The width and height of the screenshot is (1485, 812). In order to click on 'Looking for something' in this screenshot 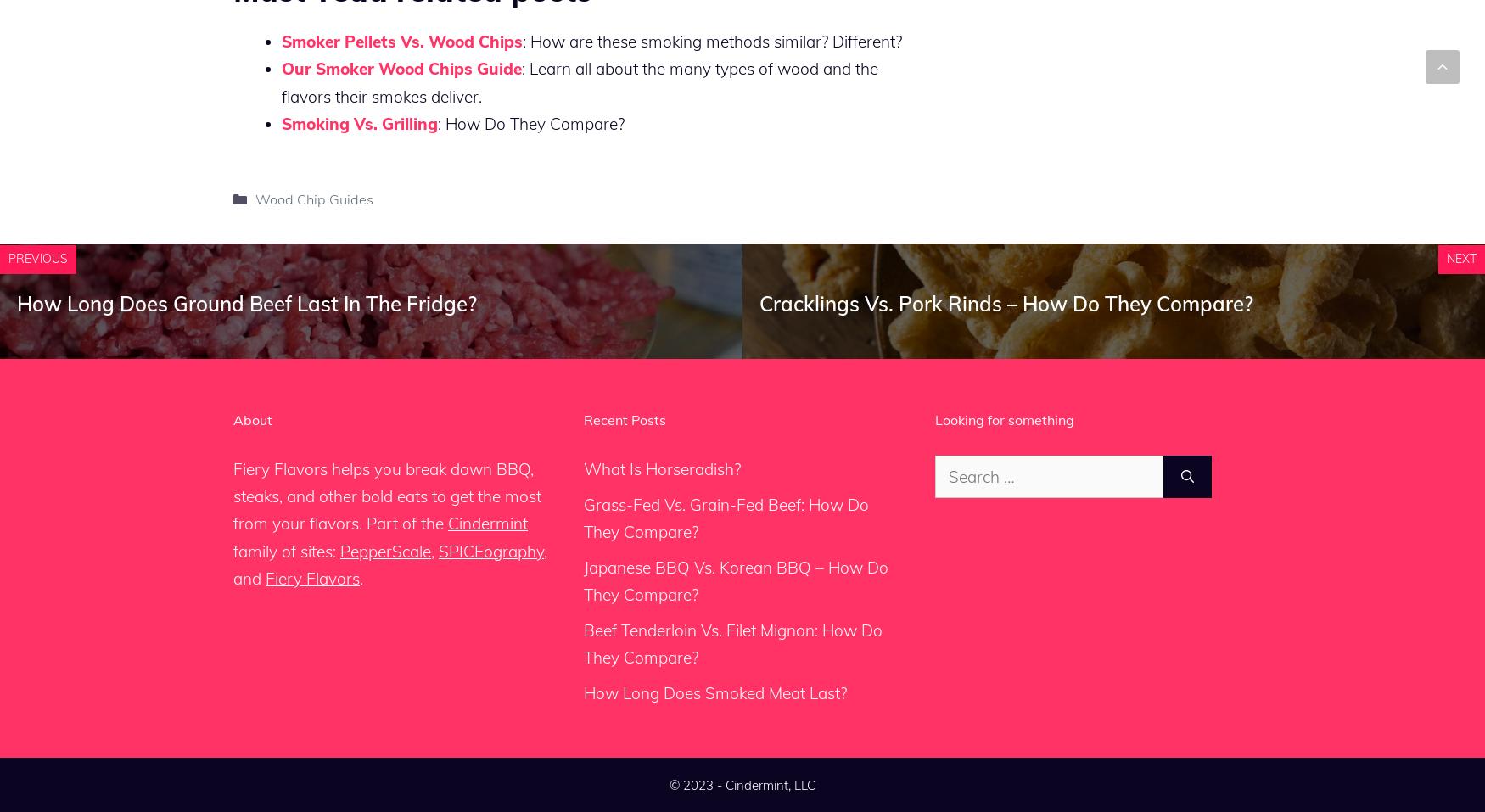, I will do `click(1003, 419)`.